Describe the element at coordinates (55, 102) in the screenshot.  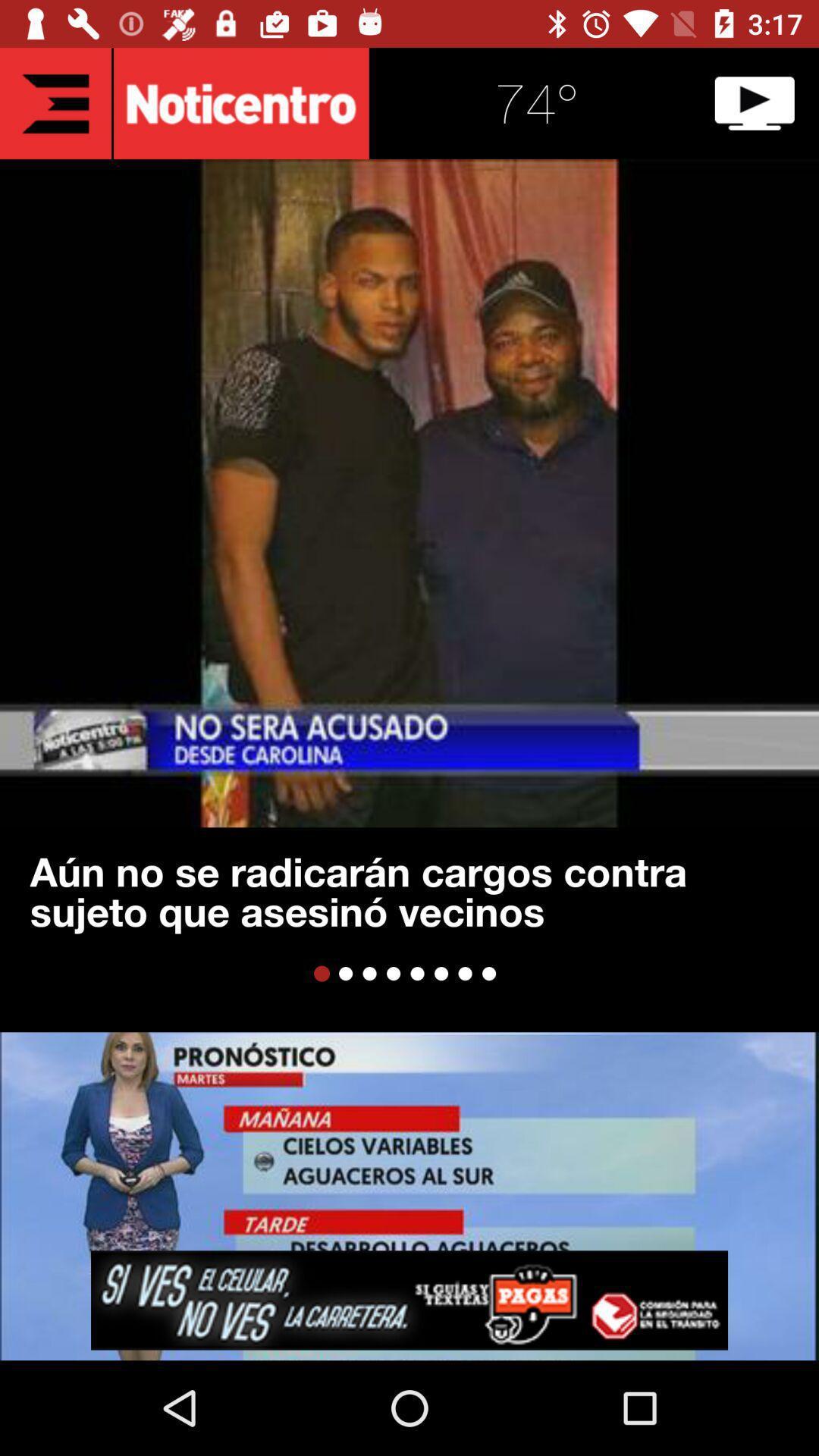
I see `menu option` at that location.